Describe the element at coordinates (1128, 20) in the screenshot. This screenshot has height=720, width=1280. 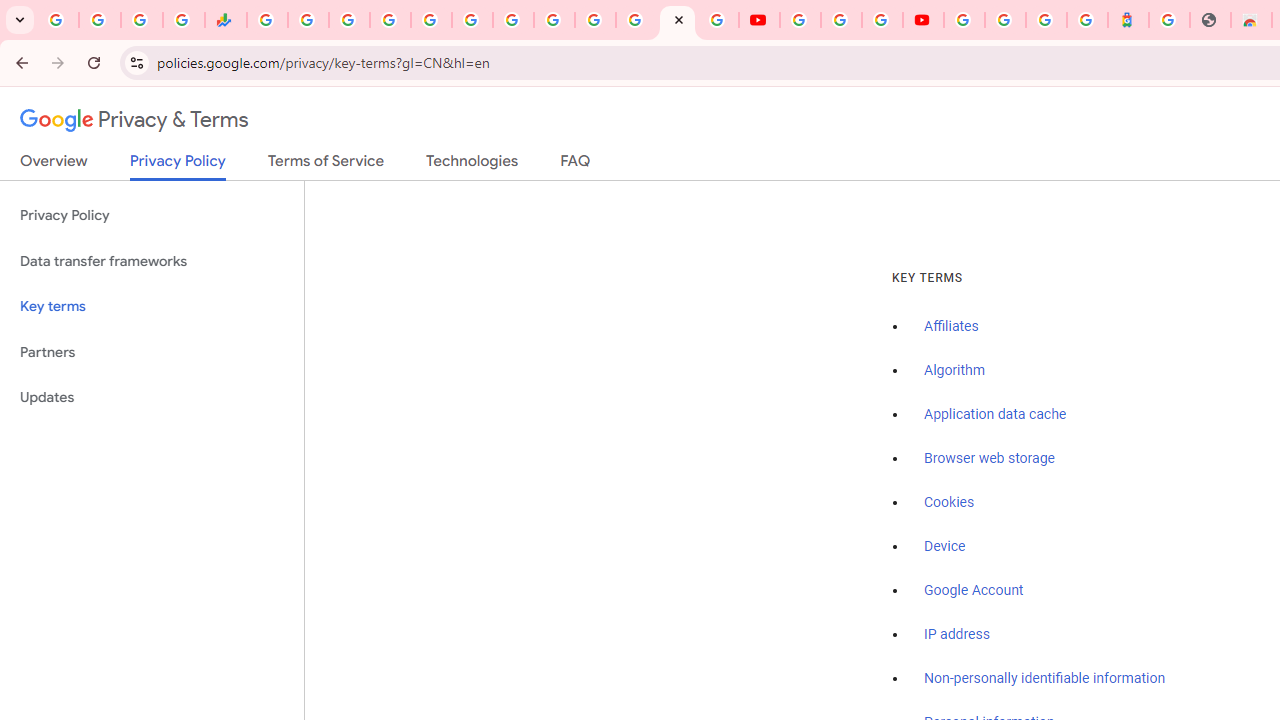
I see `'Atour Hotel - Google hotels'` at that location.